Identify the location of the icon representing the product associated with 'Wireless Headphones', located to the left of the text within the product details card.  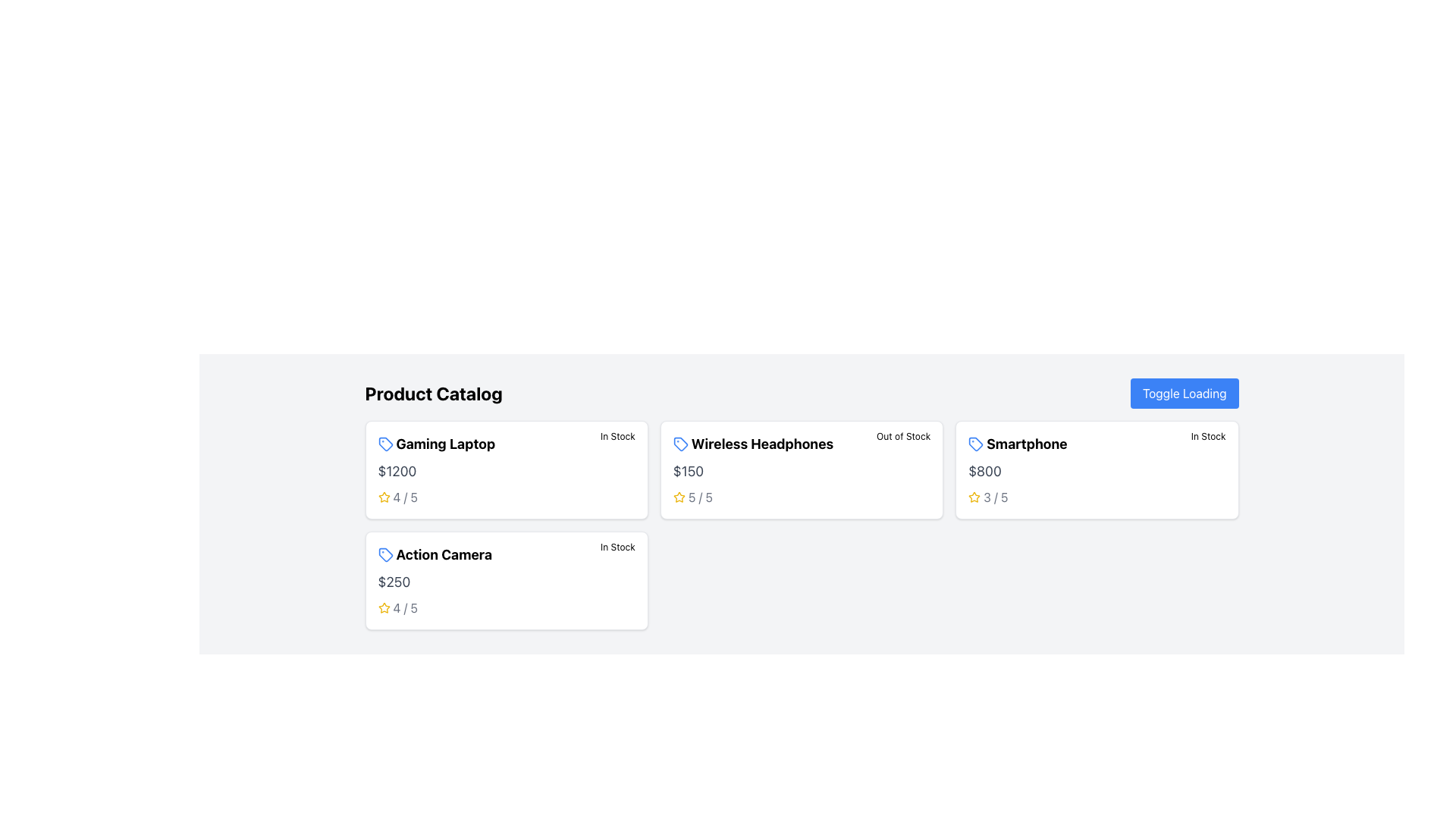
(679, 444).